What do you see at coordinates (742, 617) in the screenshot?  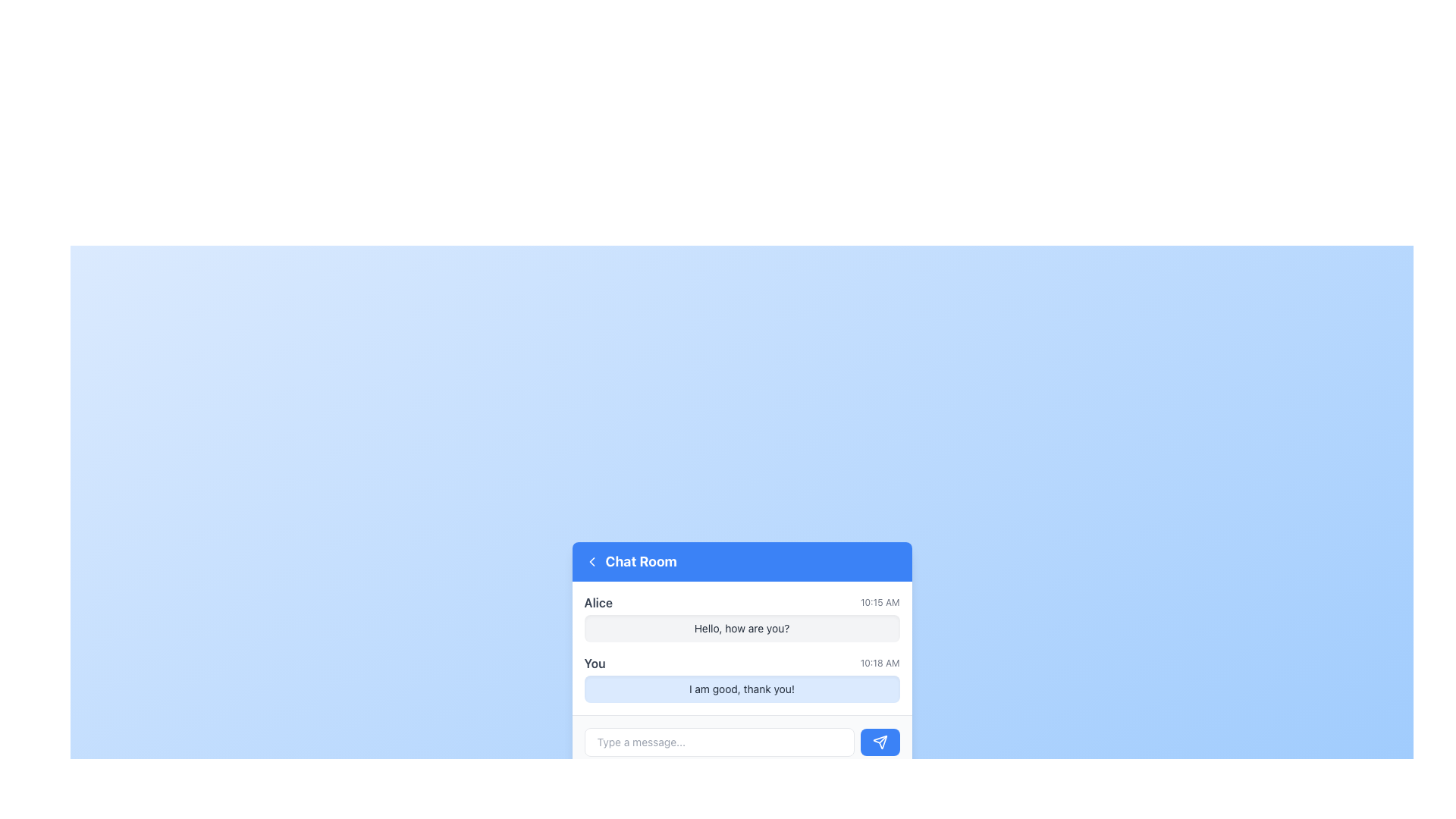 I see `the first chat message display containing Alice's name and the message 'Hello, how are you?'` at bounding box center [742, 617].